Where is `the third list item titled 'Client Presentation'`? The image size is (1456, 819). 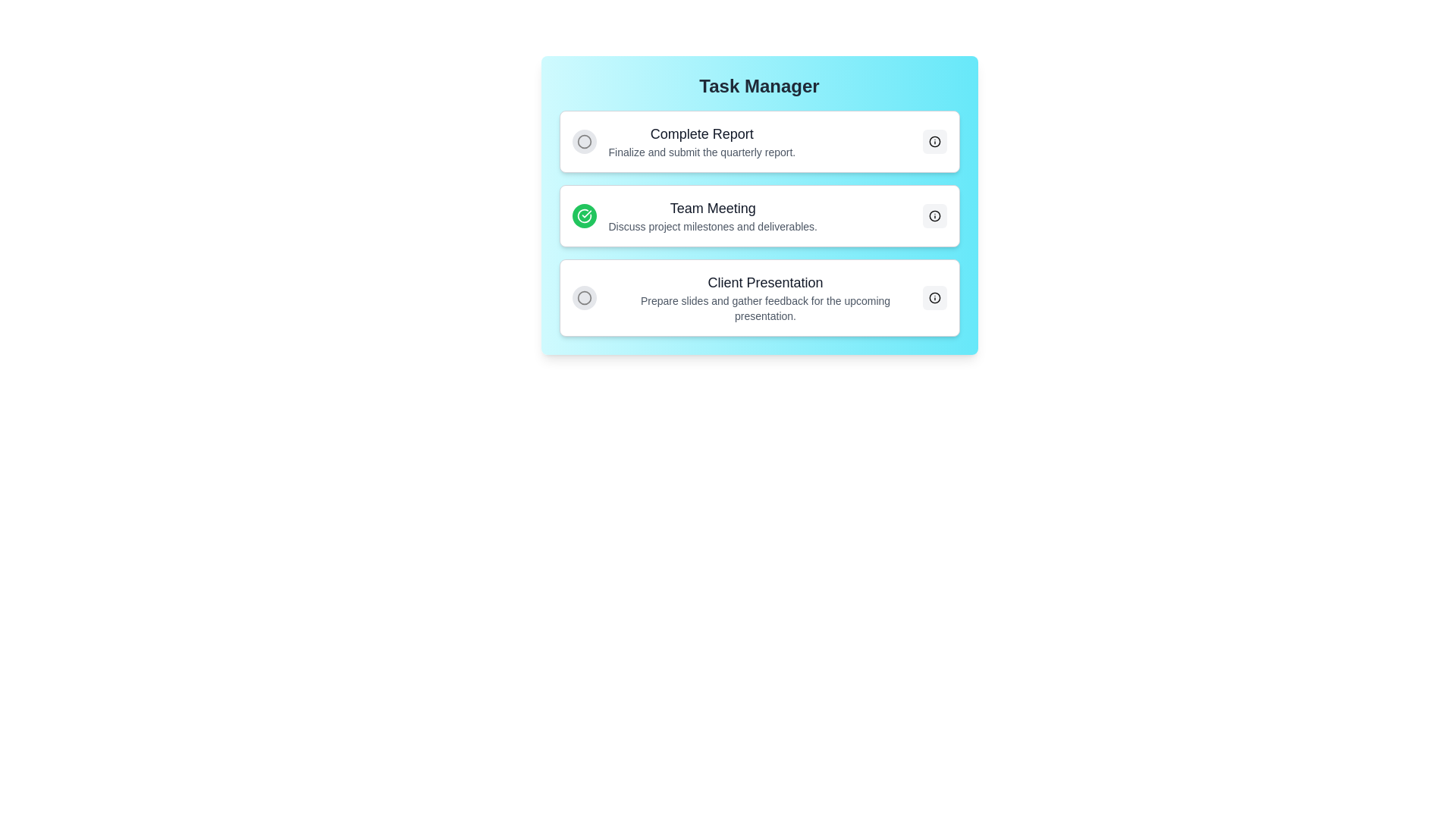 the third list item titled 'Client Presentation' is located at coordinates (747, 298).